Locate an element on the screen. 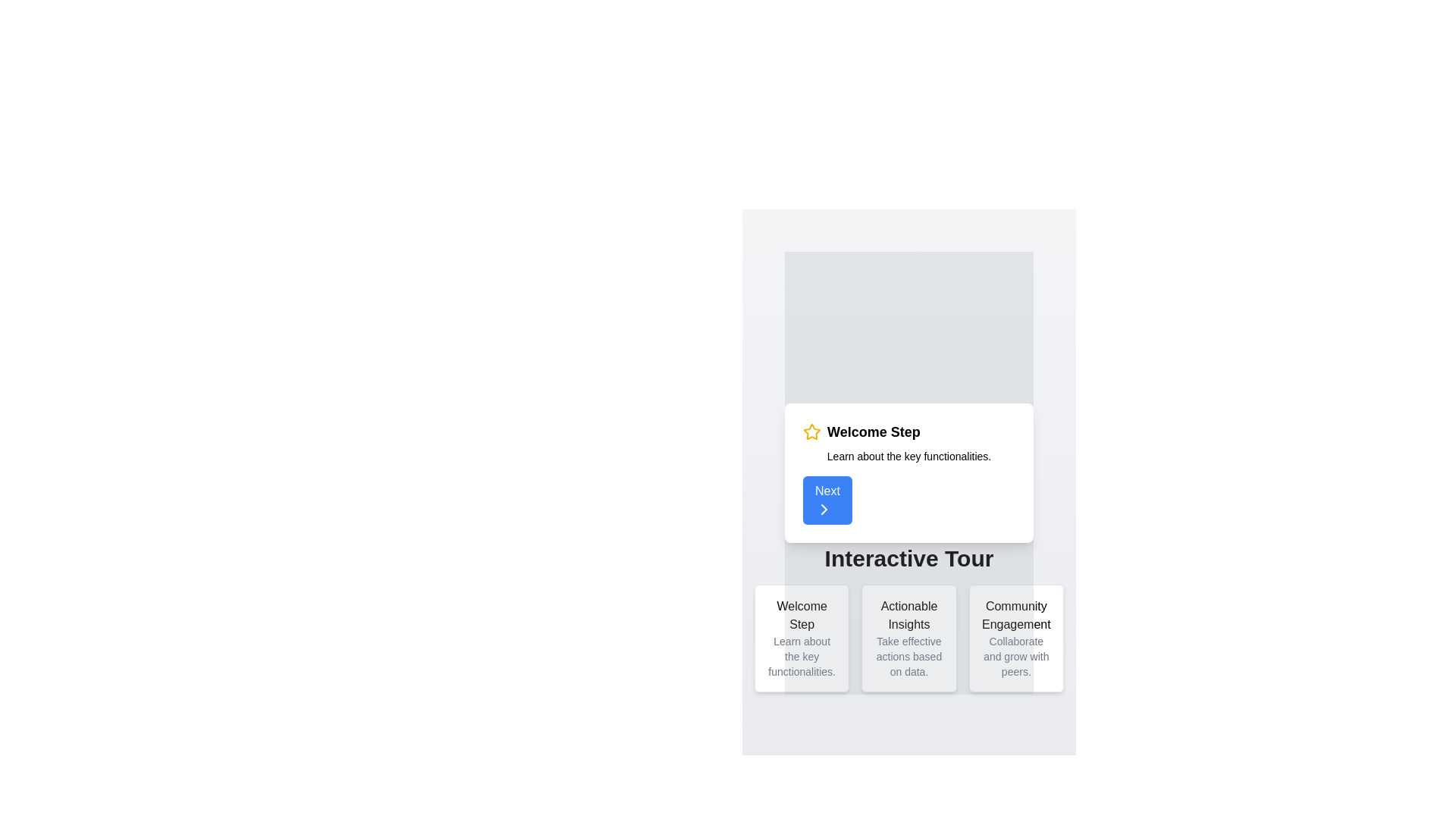  the chevron-right icon within the 'Next' button in the lower-left quadrant of the 'Welcome Step' card popup is located at coordinates (823, 509).